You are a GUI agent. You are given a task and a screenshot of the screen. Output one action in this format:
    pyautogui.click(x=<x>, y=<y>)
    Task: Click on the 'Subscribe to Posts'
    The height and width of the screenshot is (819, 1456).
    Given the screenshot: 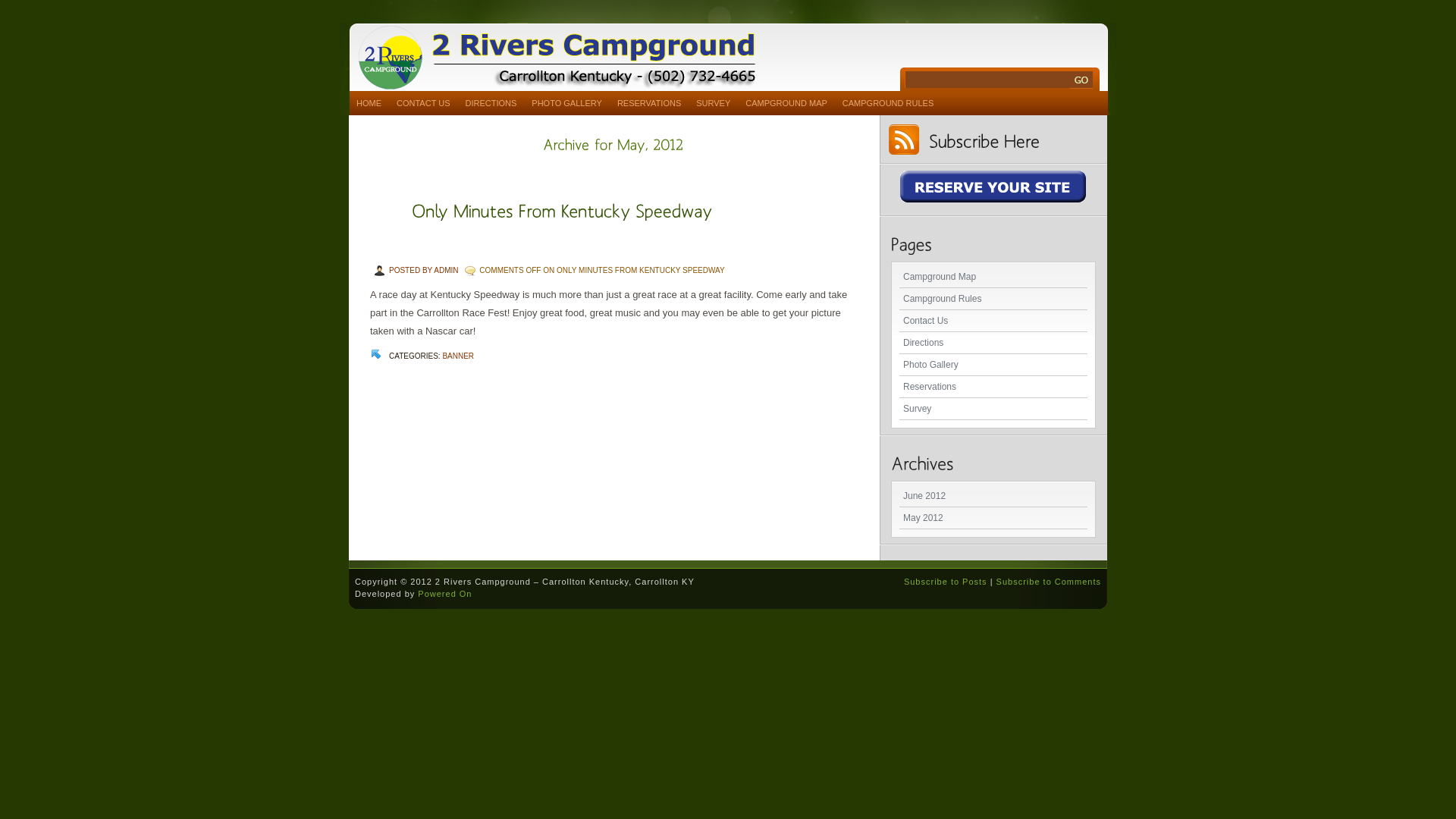 What is the action you would take?
    pyautogui.click(x=903, y=581)
    